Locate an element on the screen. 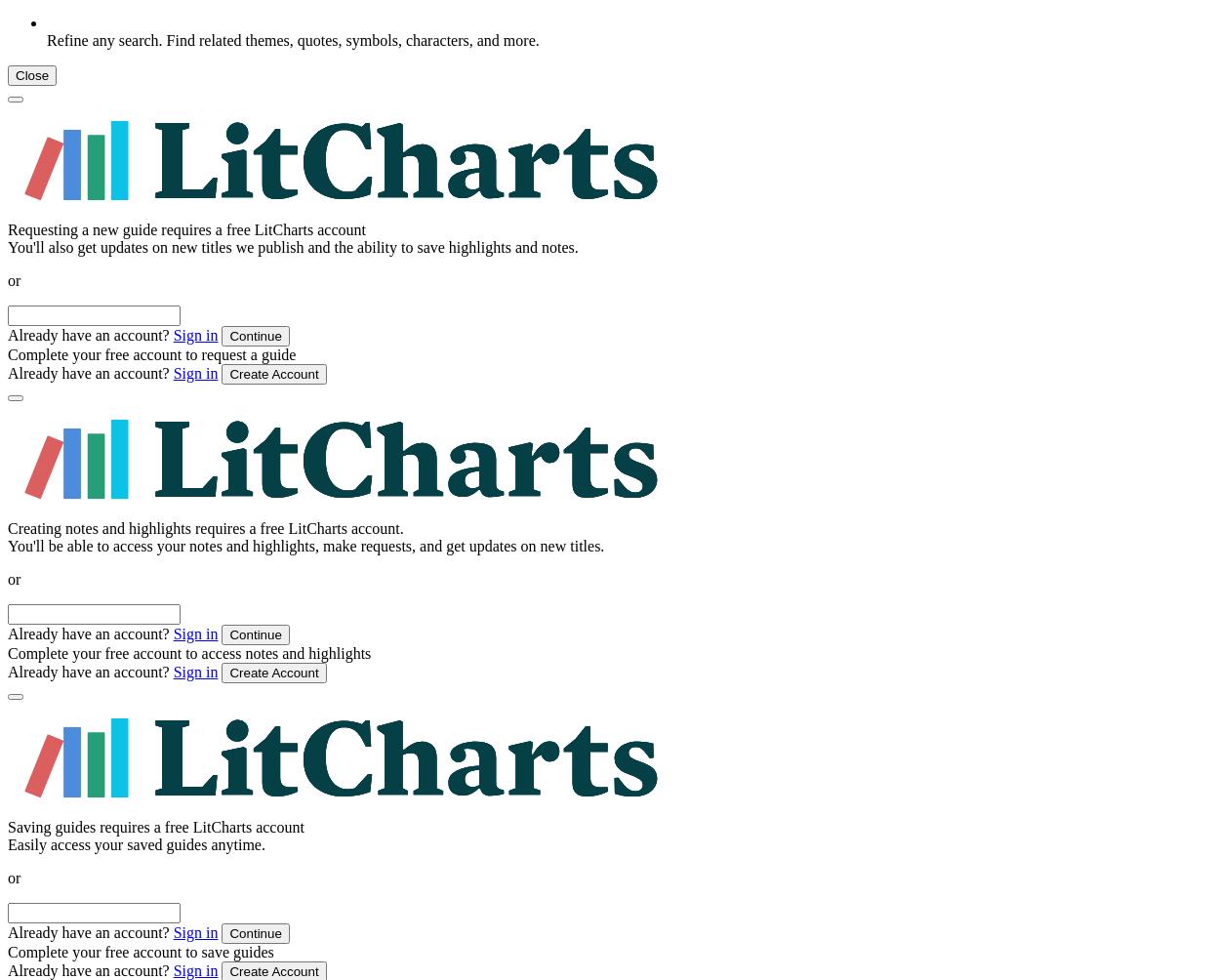 Image resolution: width=1218 pixels, height=980 pixels. 'Requesting a new guide requires a free LitCharts account' is located at coordinates (7, 227).